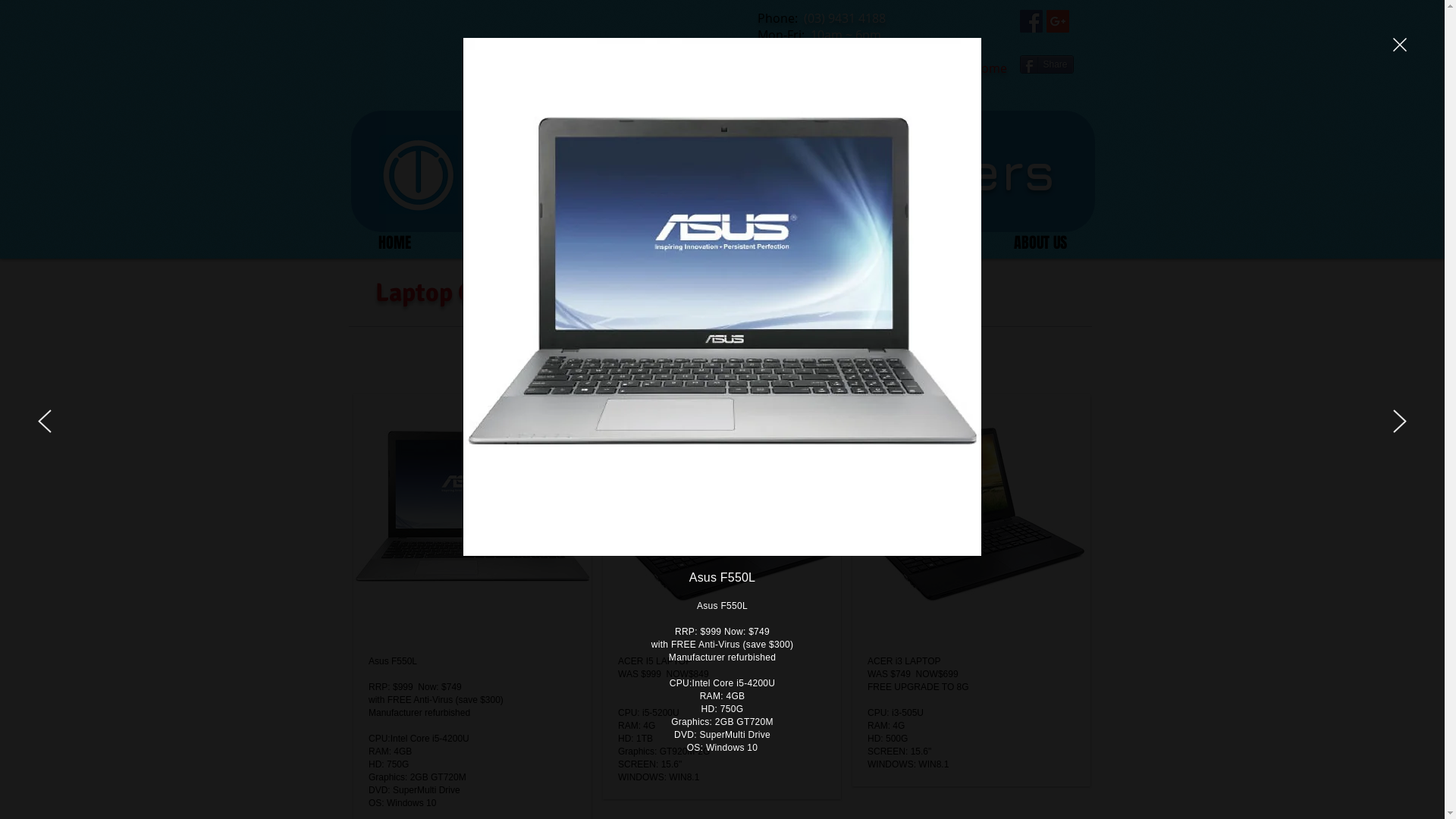  What do you see at coordinates (709, 242) in the screenshot?
I see `'REPAIRS & UPGRADES'` at bounding box center [709, 242].